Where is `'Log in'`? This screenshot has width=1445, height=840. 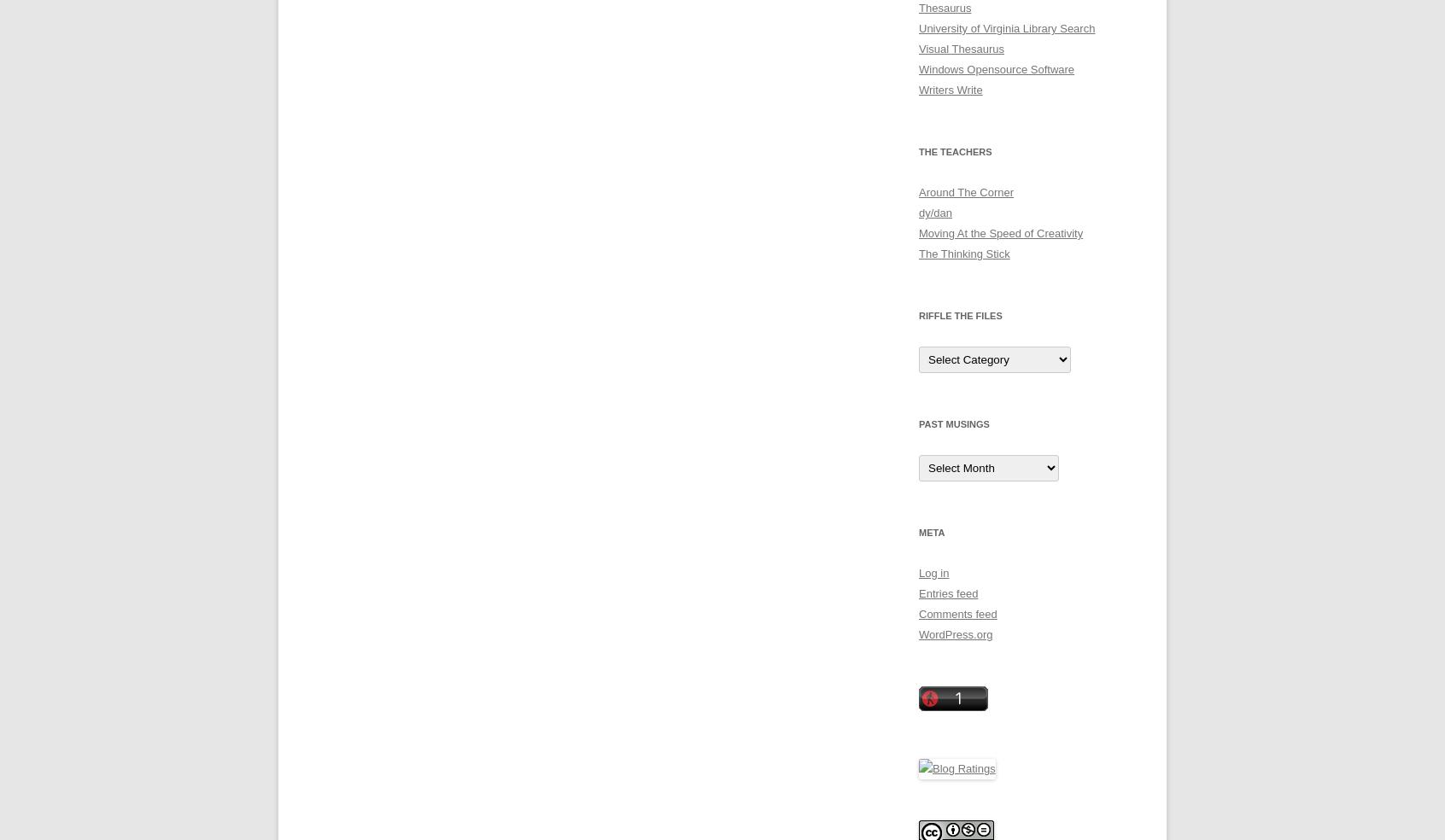
'Log in' is located at coordinates (918, 573).